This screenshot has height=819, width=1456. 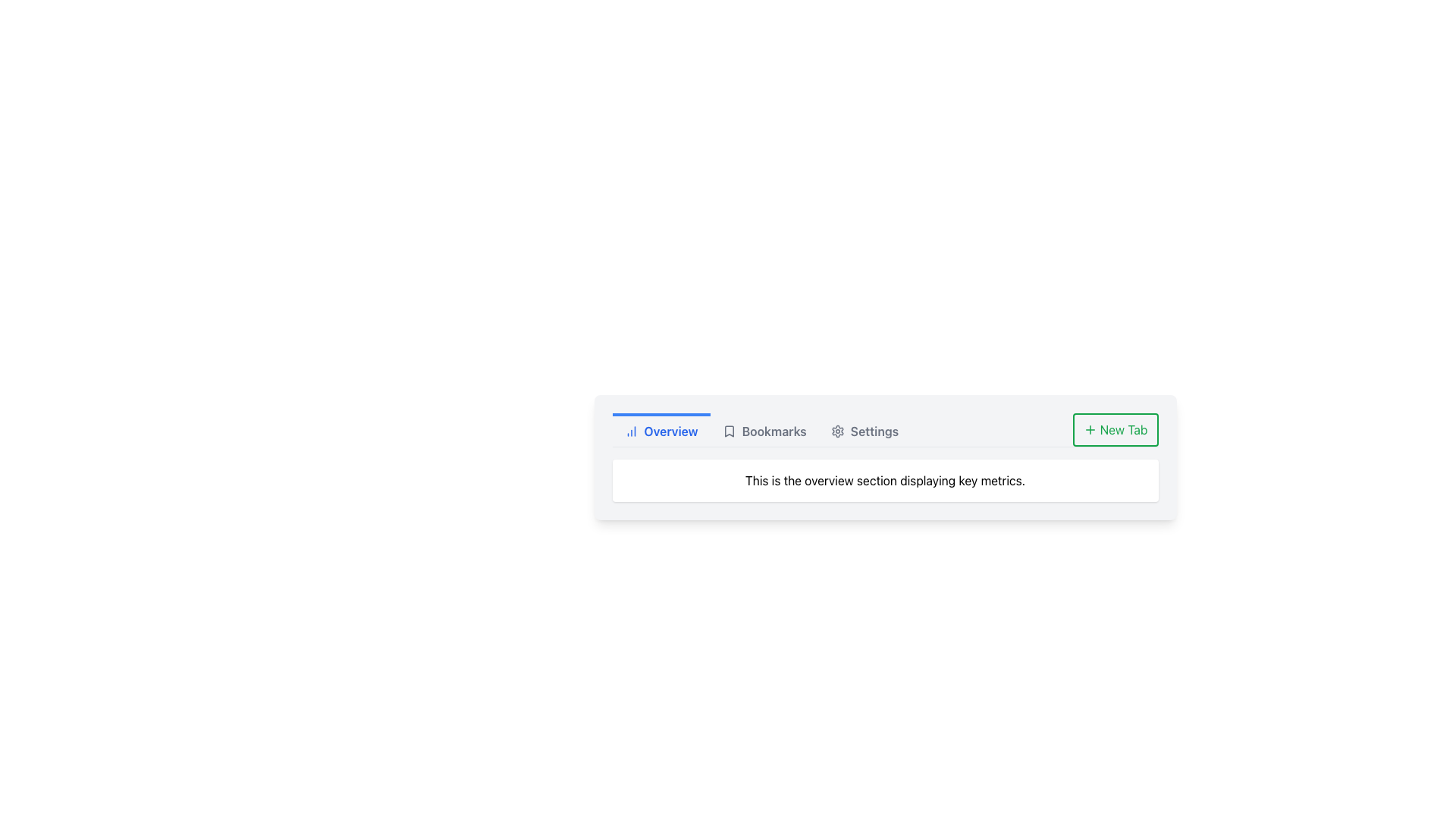 What do you see at coordinates (836, 431) in the screenshot?
I see `the settings icon, which is a gear shape located to the left of the text 'Settings' in the main navigation bar` at bounding box center [836, 431].